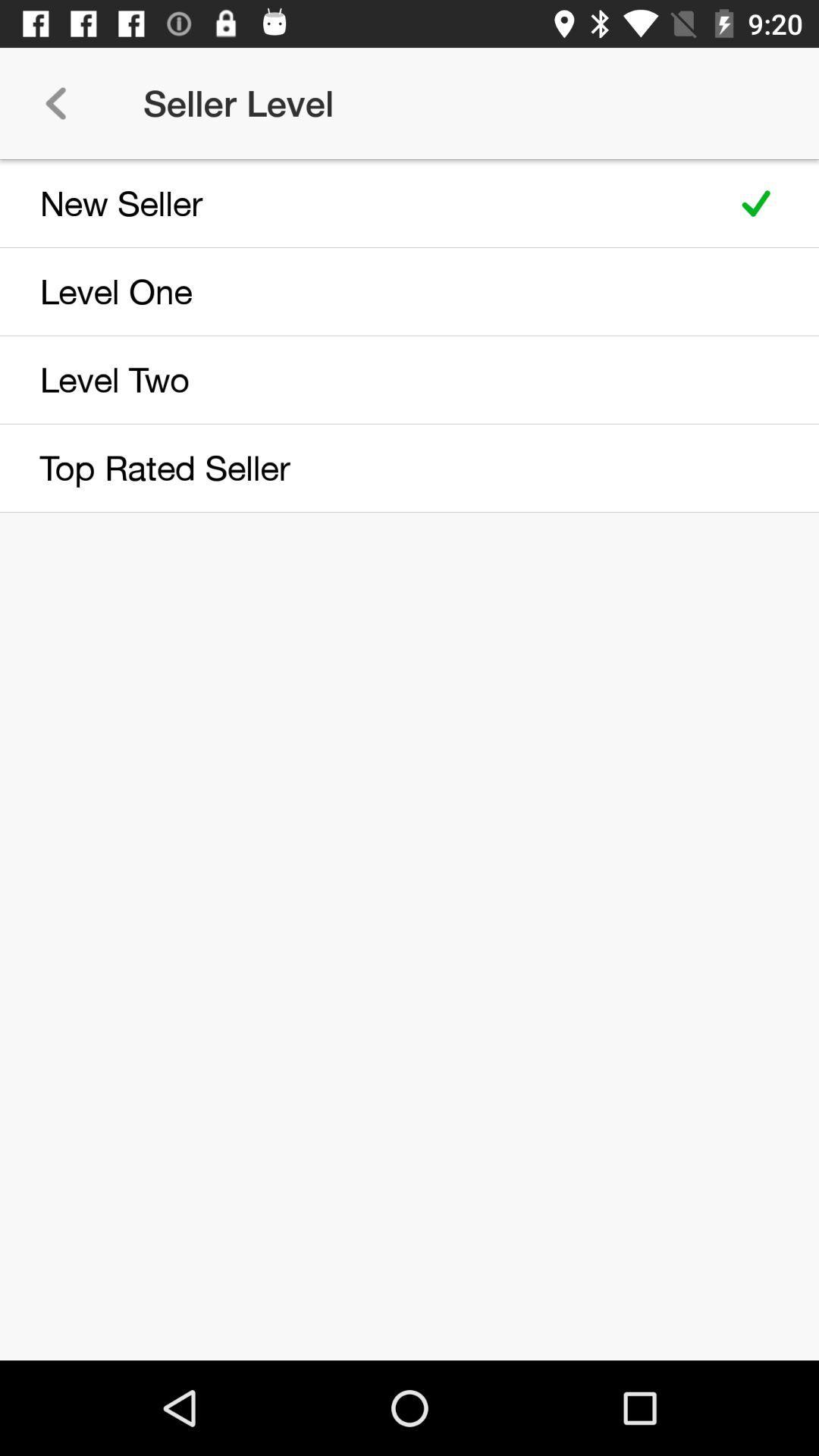 The image size is (819, 1456). What do you see at coordinates (358, 202) in the screenshot?
I see `new seller icon` at bounding box center [358, 202].